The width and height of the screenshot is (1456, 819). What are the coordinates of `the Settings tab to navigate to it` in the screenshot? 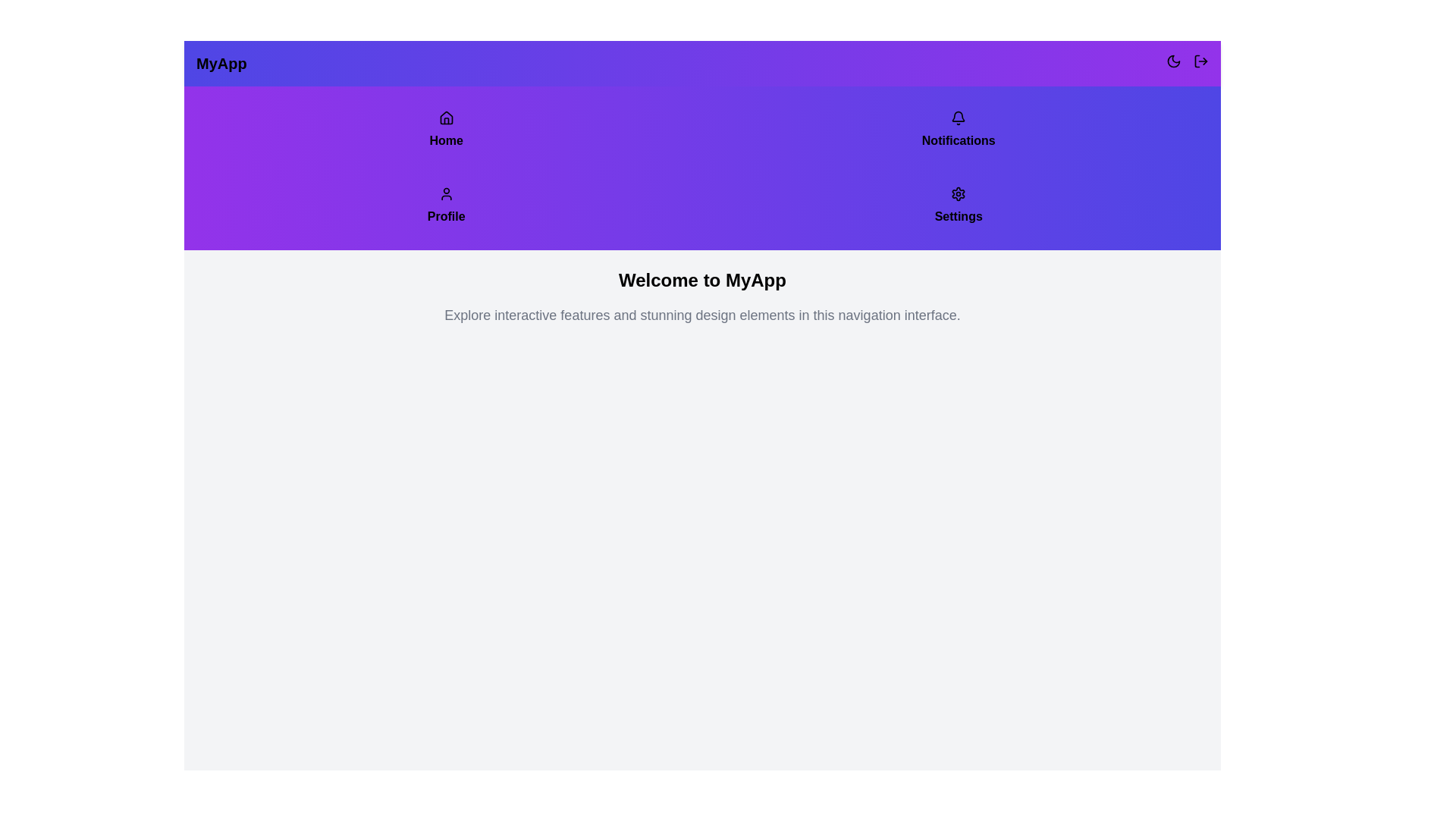 It's located at (957, 206).